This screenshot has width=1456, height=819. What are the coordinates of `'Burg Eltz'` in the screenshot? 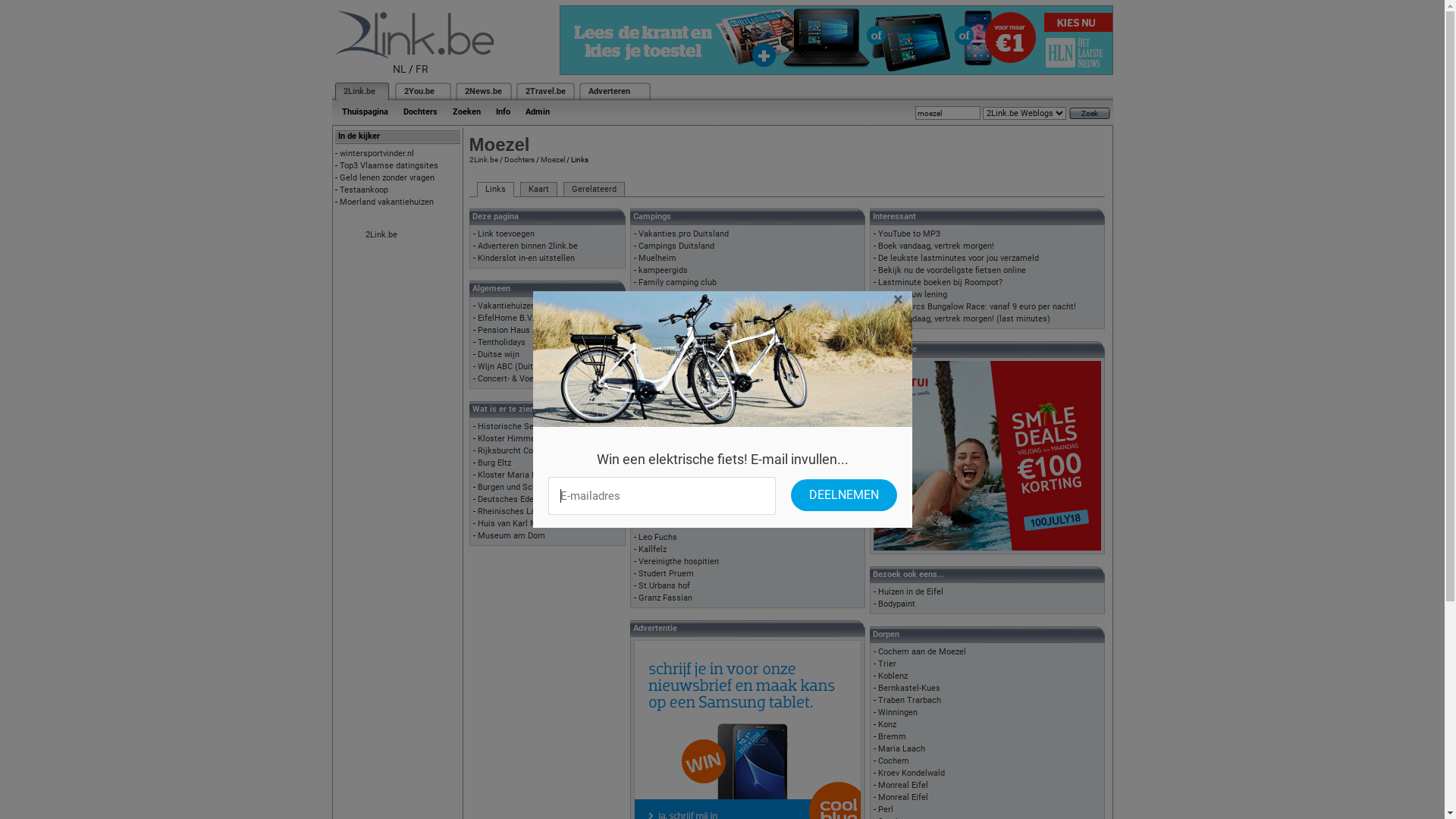 It's located at (494, 462).